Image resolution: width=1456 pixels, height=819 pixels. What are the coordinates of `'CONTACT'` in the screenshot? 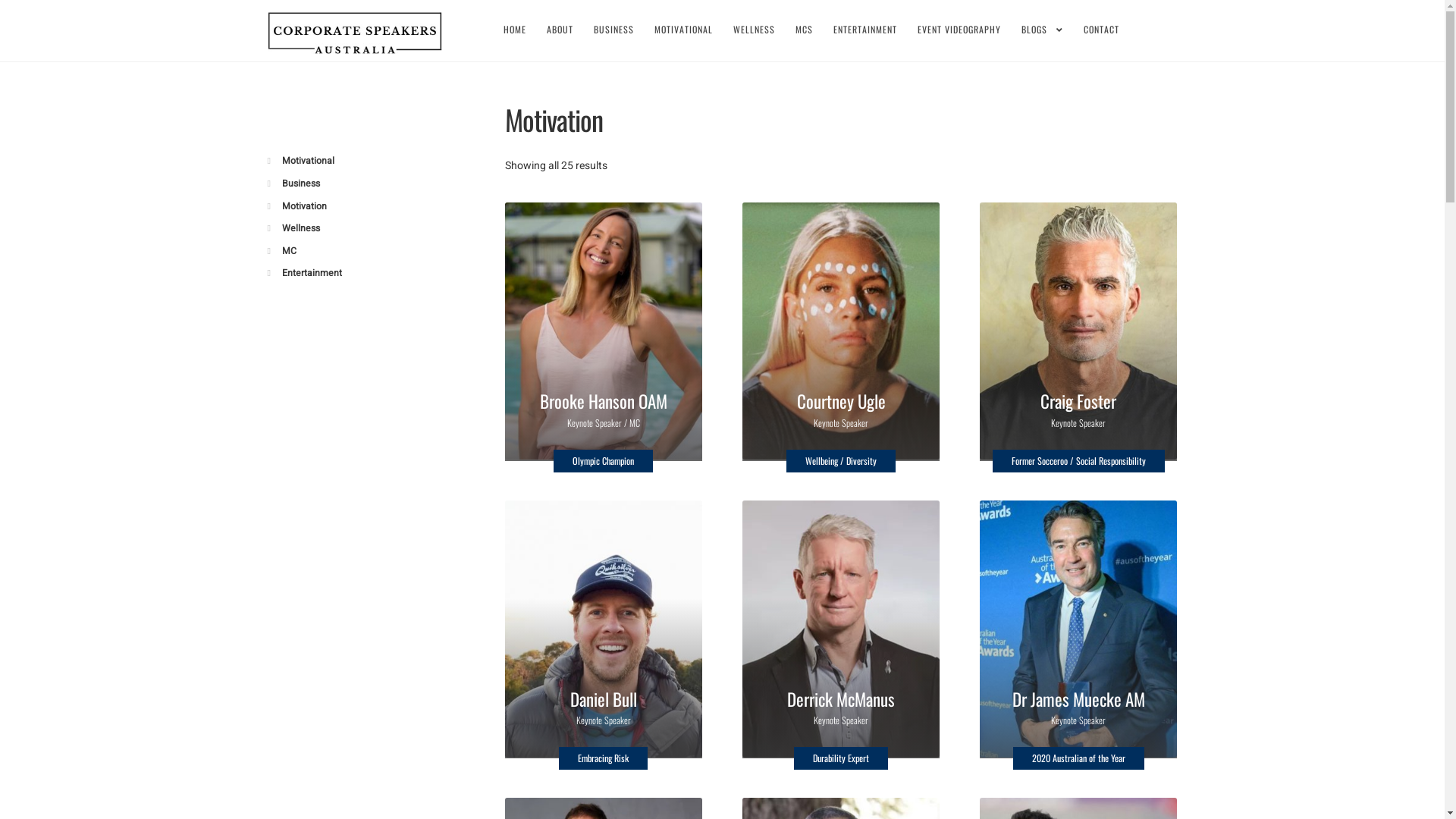 It's located at (1101, 29).